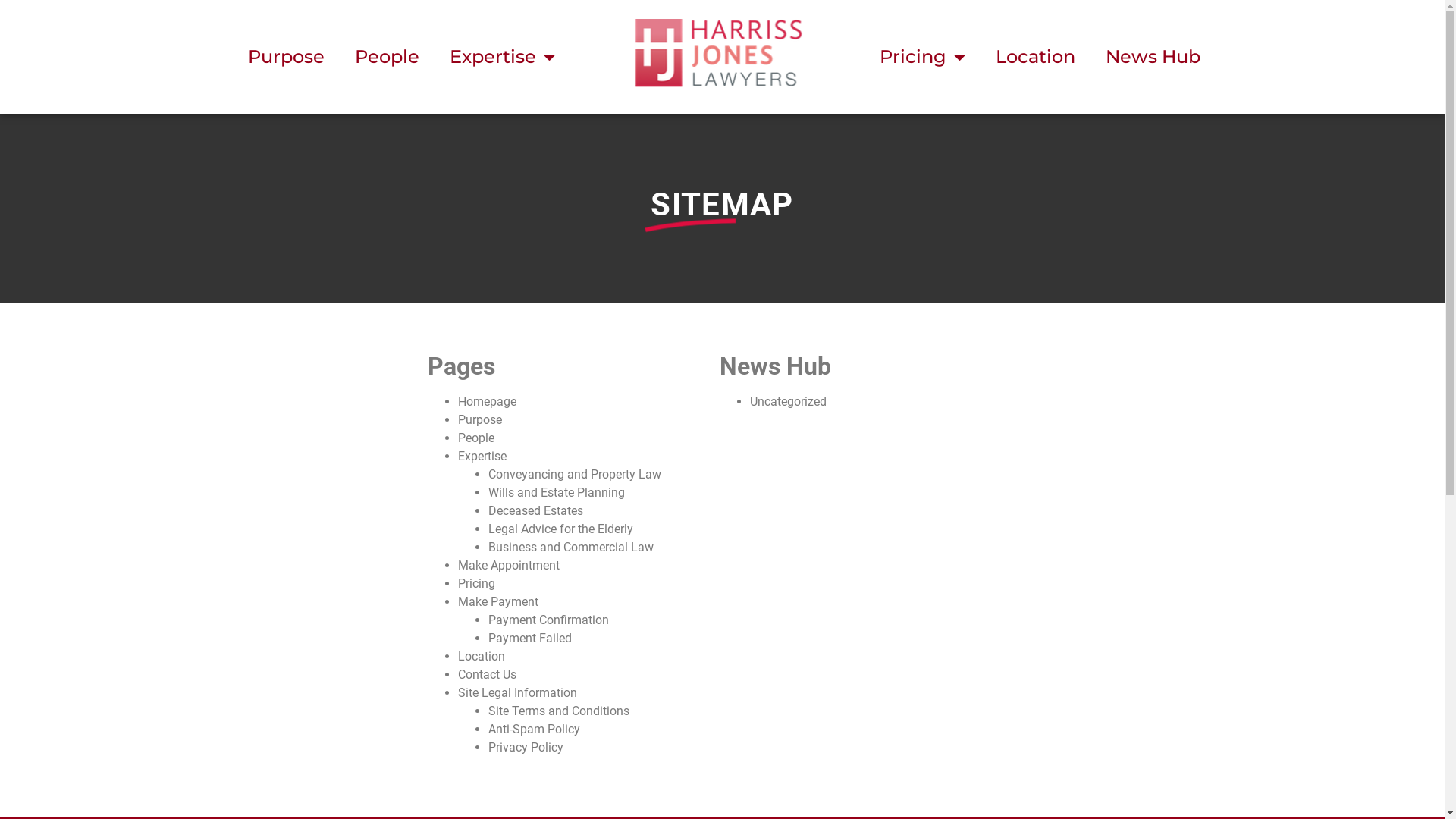 The image size is (1456, 819). I want to click on 'Payment Failed', so click(530, 638).